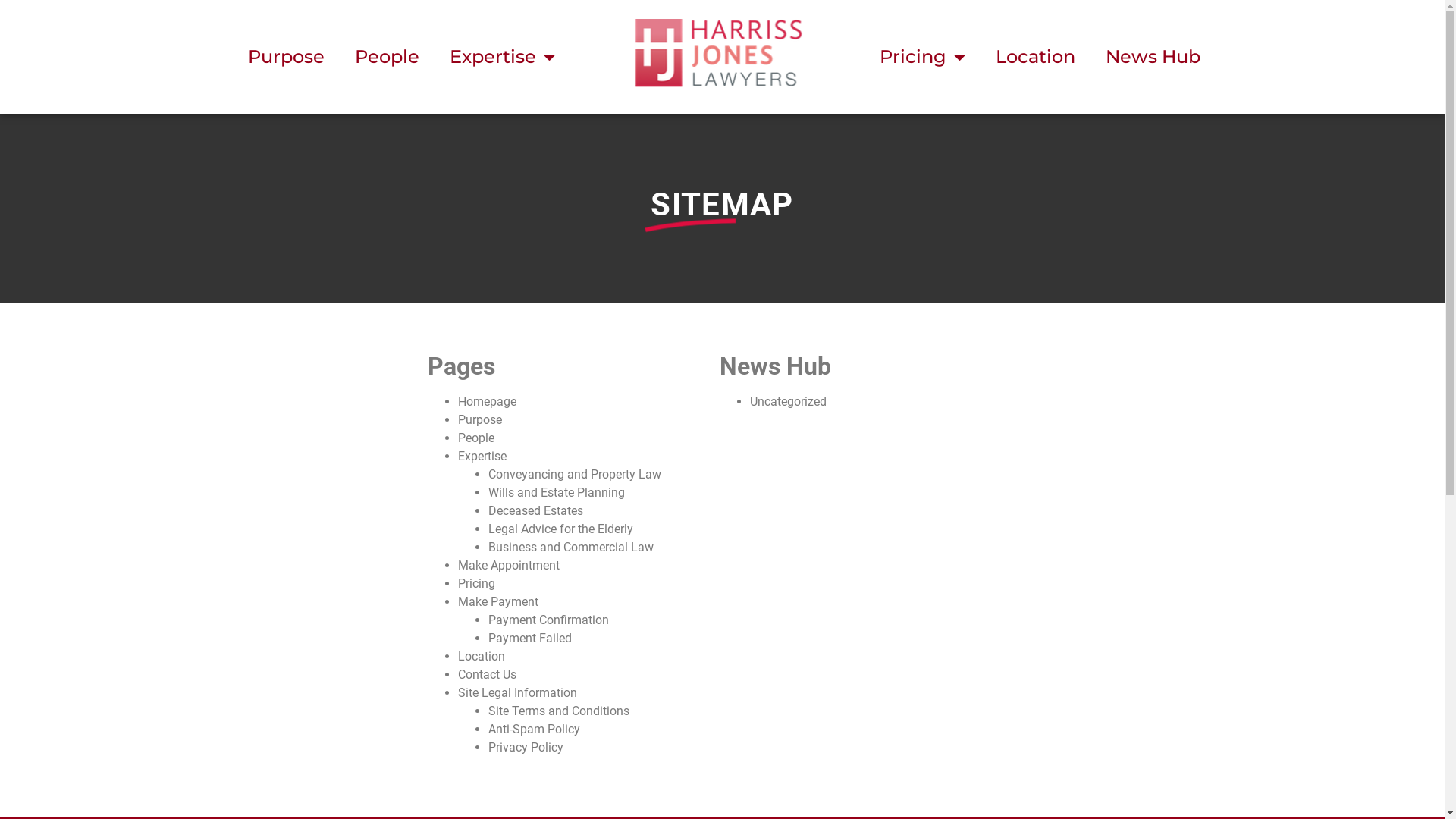 The image size is (1456, 819). I want to click on 'Payment Failed', so click(530, 638).